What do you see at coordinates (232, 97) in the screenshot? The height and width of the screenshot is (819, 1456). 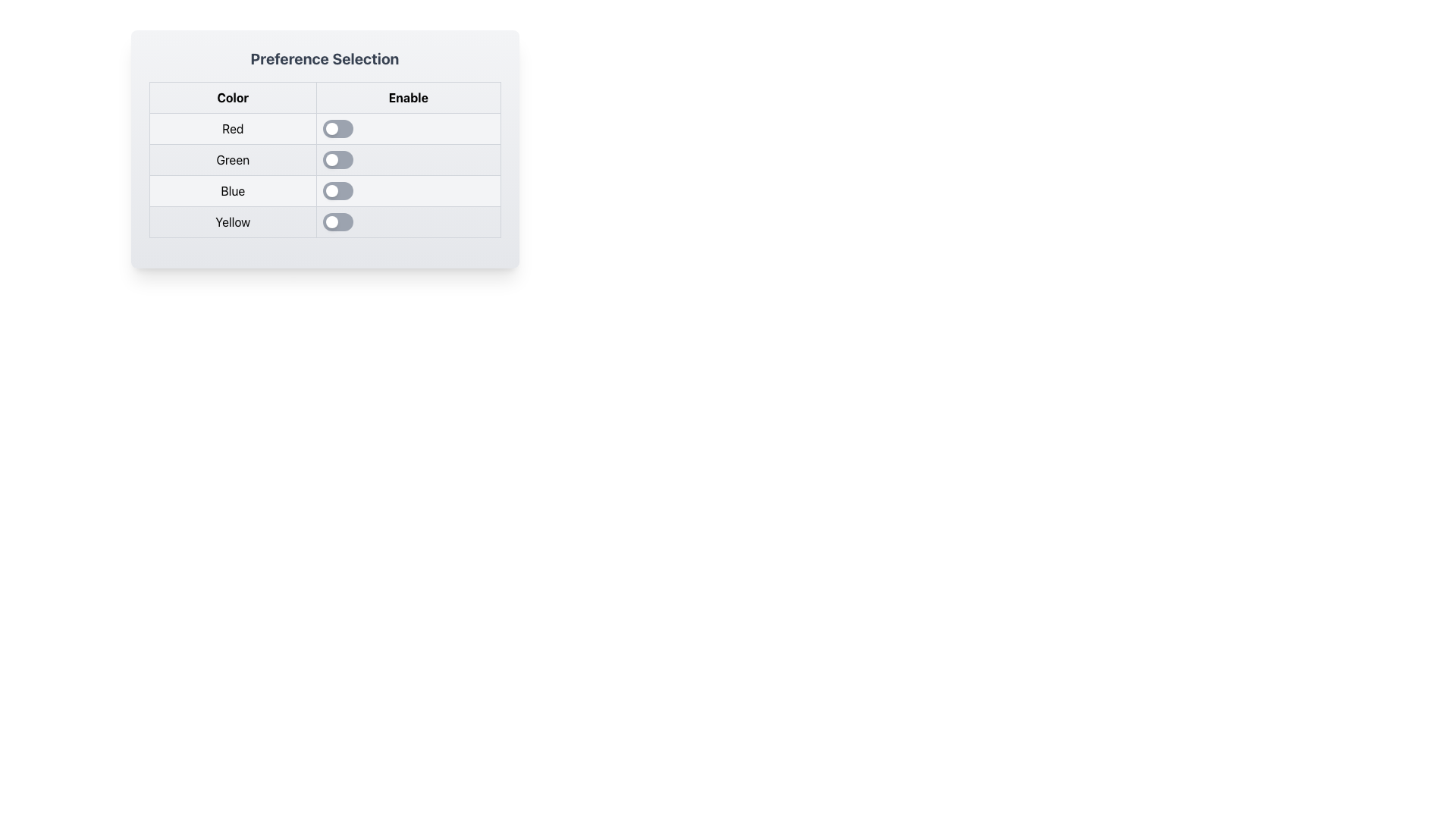 I see `the column header label for color-related options positioned in the top-left cell of the table layout` at bounding box center [232, 97].